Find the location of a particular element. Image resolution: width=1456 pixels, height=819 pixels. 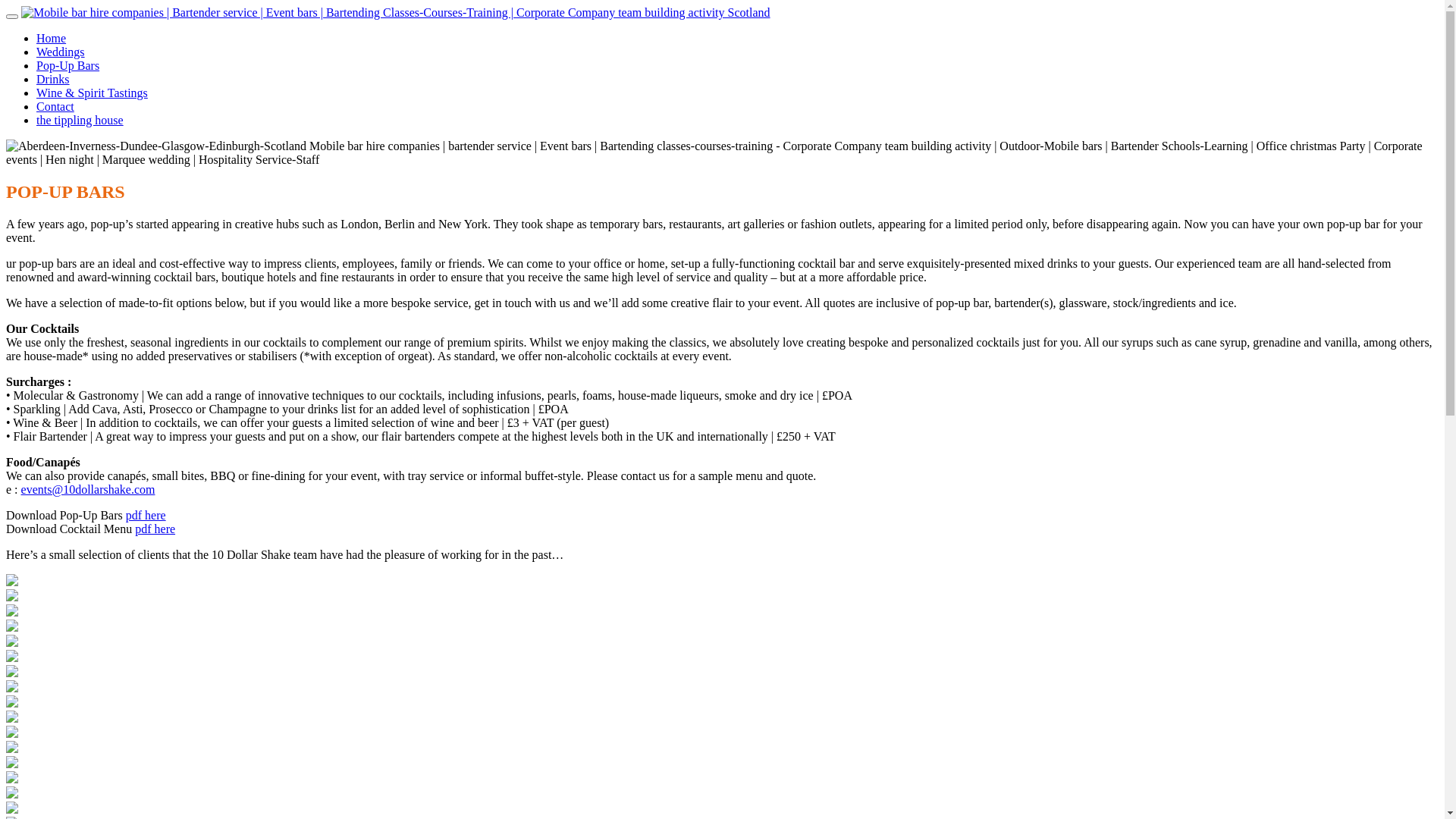

'Drinks' is located at coordinates (53, 79).